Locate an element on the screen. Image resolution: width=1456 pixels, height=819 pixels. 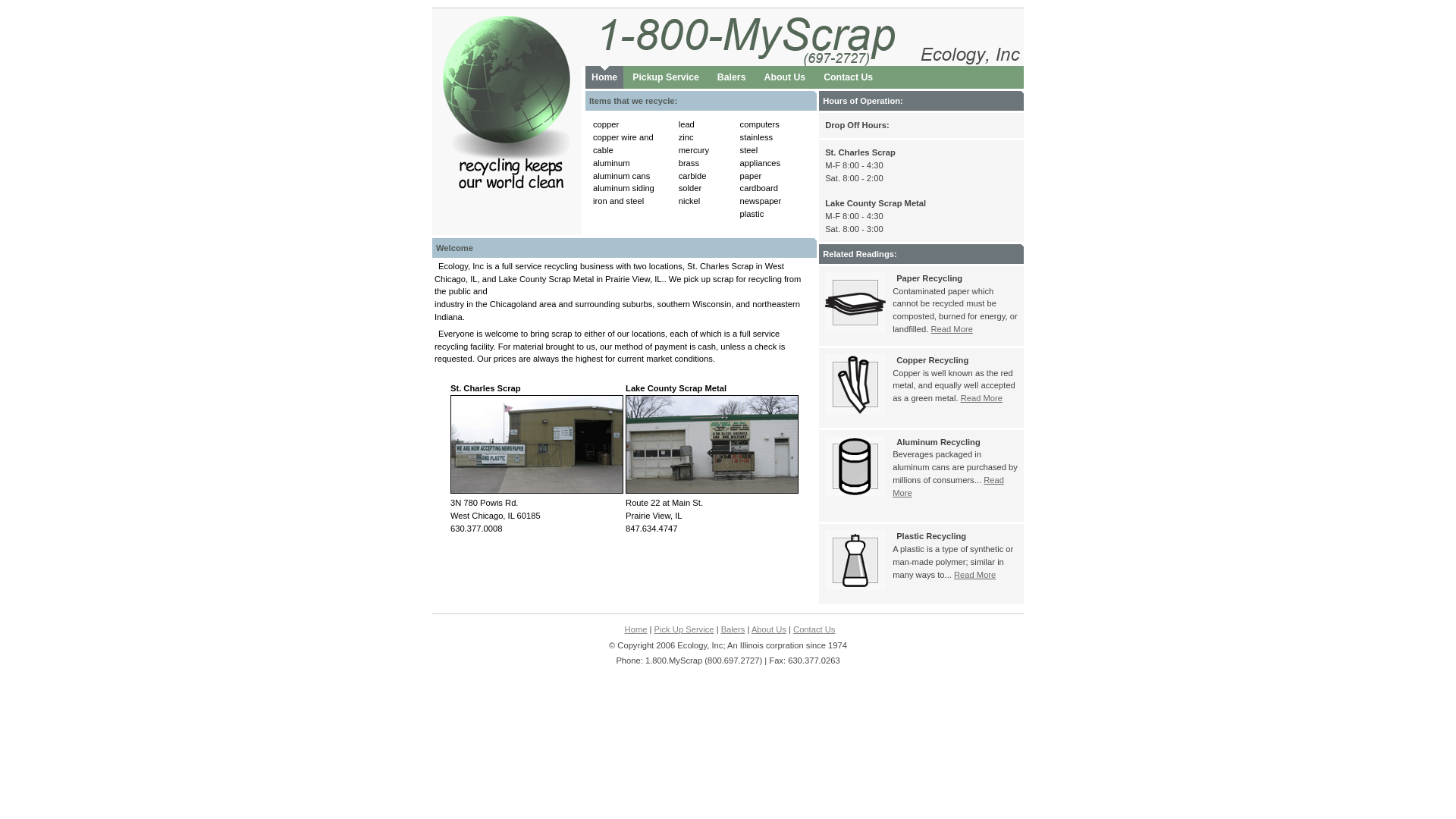
'About Us' is located at coordinates (768, 629).